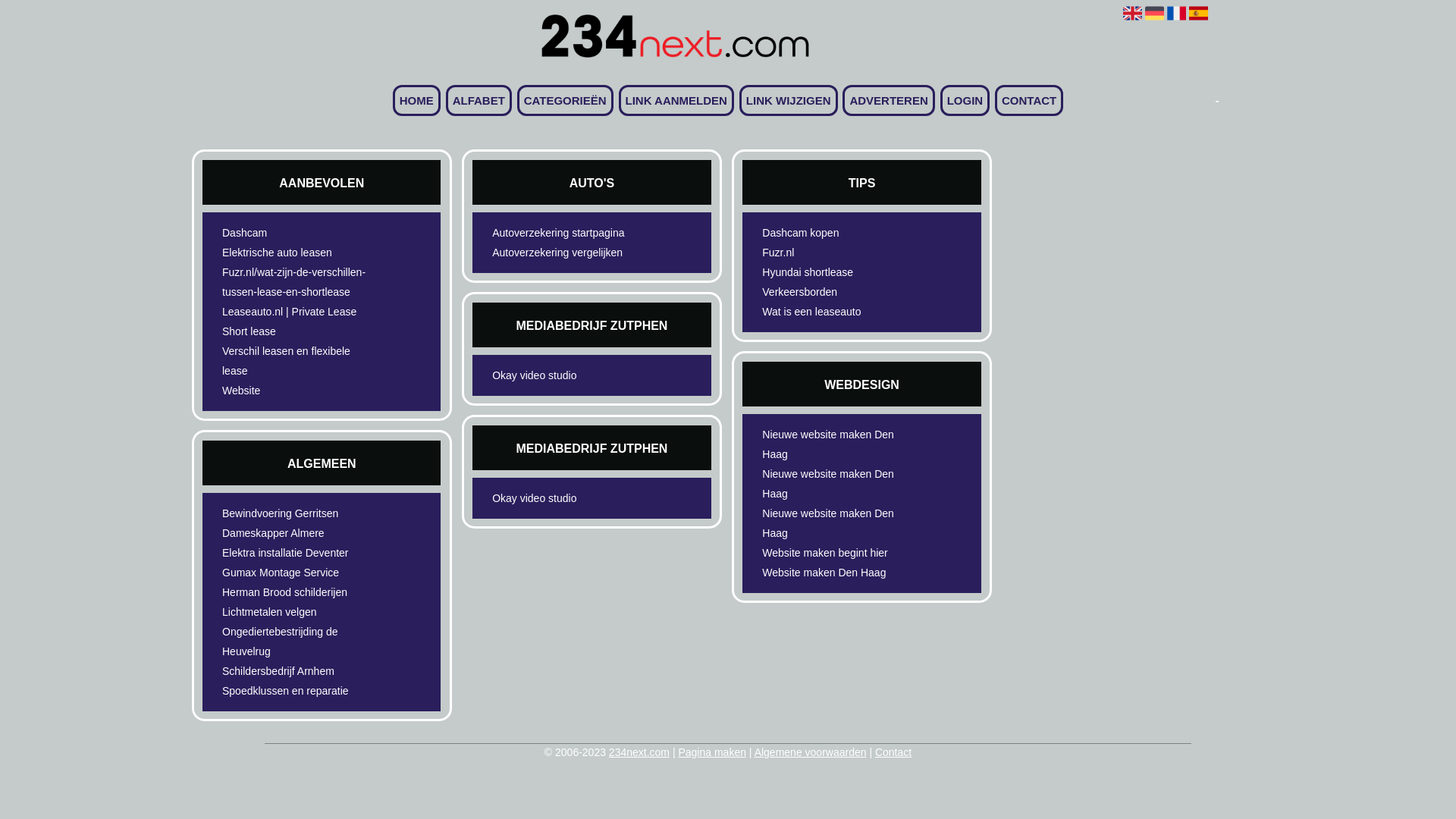  What do you see at coordinates (217, 360) in the screenshot?
I see `'Verschil leasen en flexibele lease'` at bounding box center [217, 360].